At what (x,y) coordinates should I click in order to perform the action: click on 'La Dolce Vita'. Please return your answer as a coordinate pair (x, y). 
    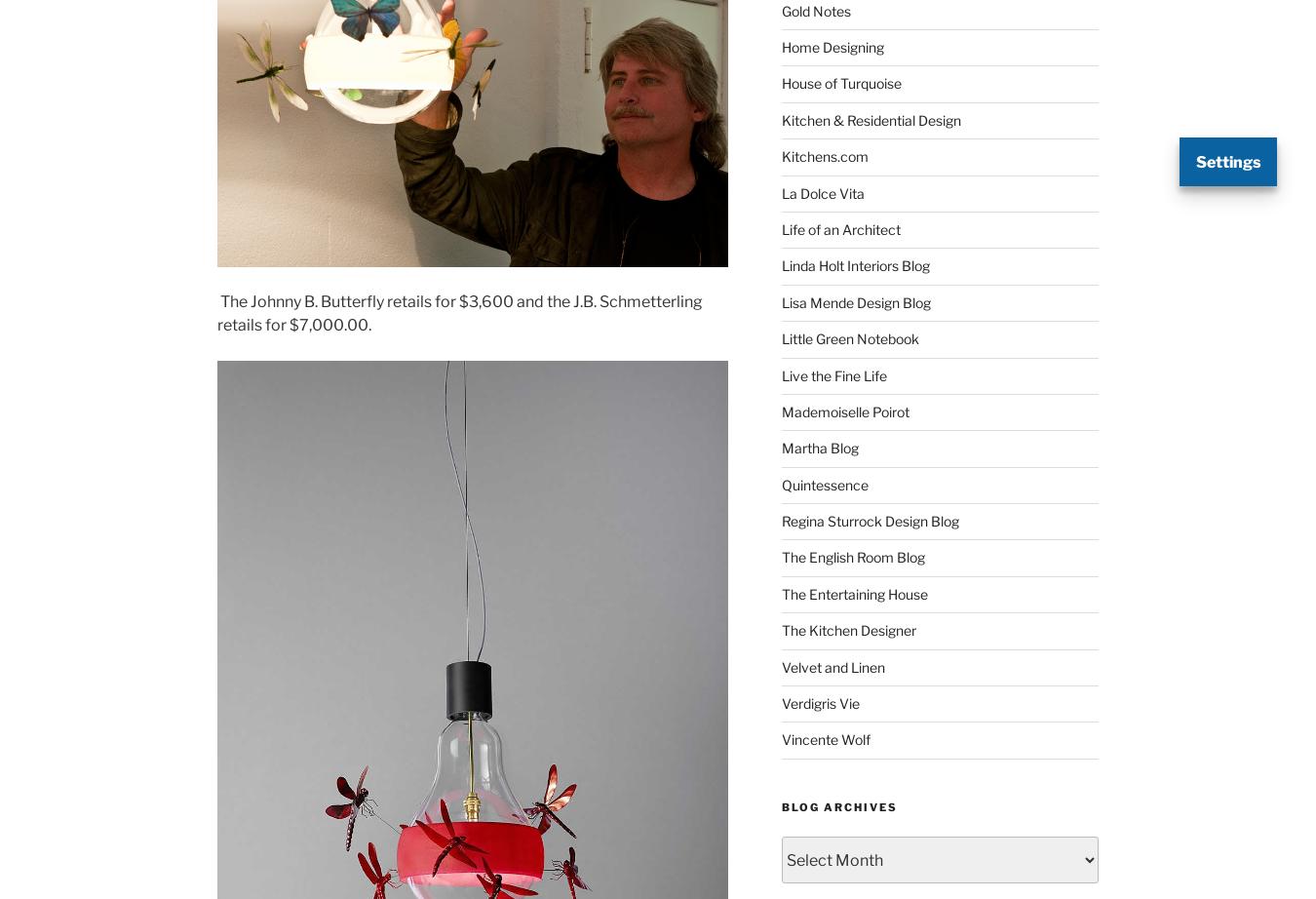
    Looking at the image, I should click on (822, 192).